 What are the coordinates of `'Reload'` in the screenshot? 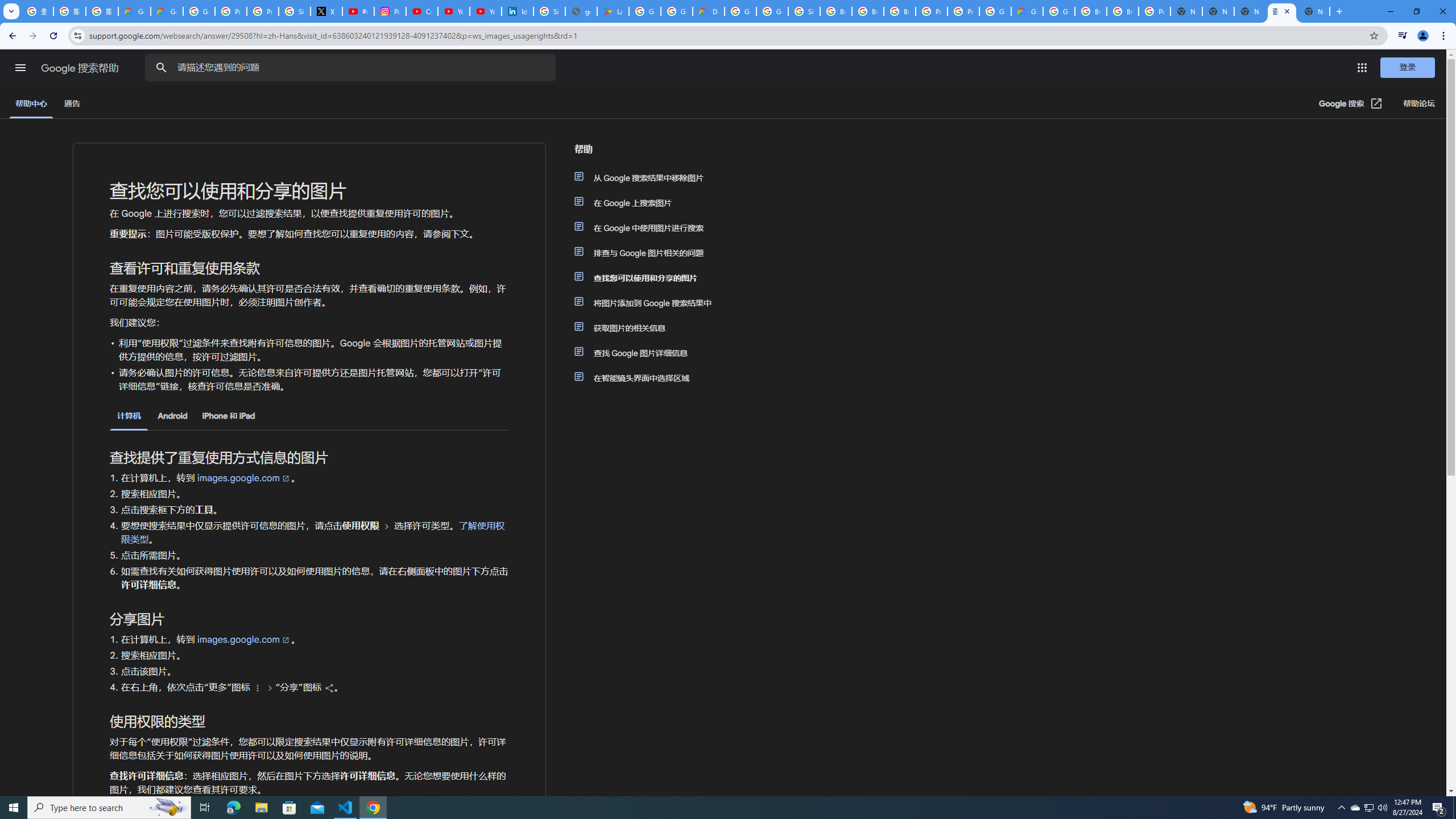 It's located at (53, 35).